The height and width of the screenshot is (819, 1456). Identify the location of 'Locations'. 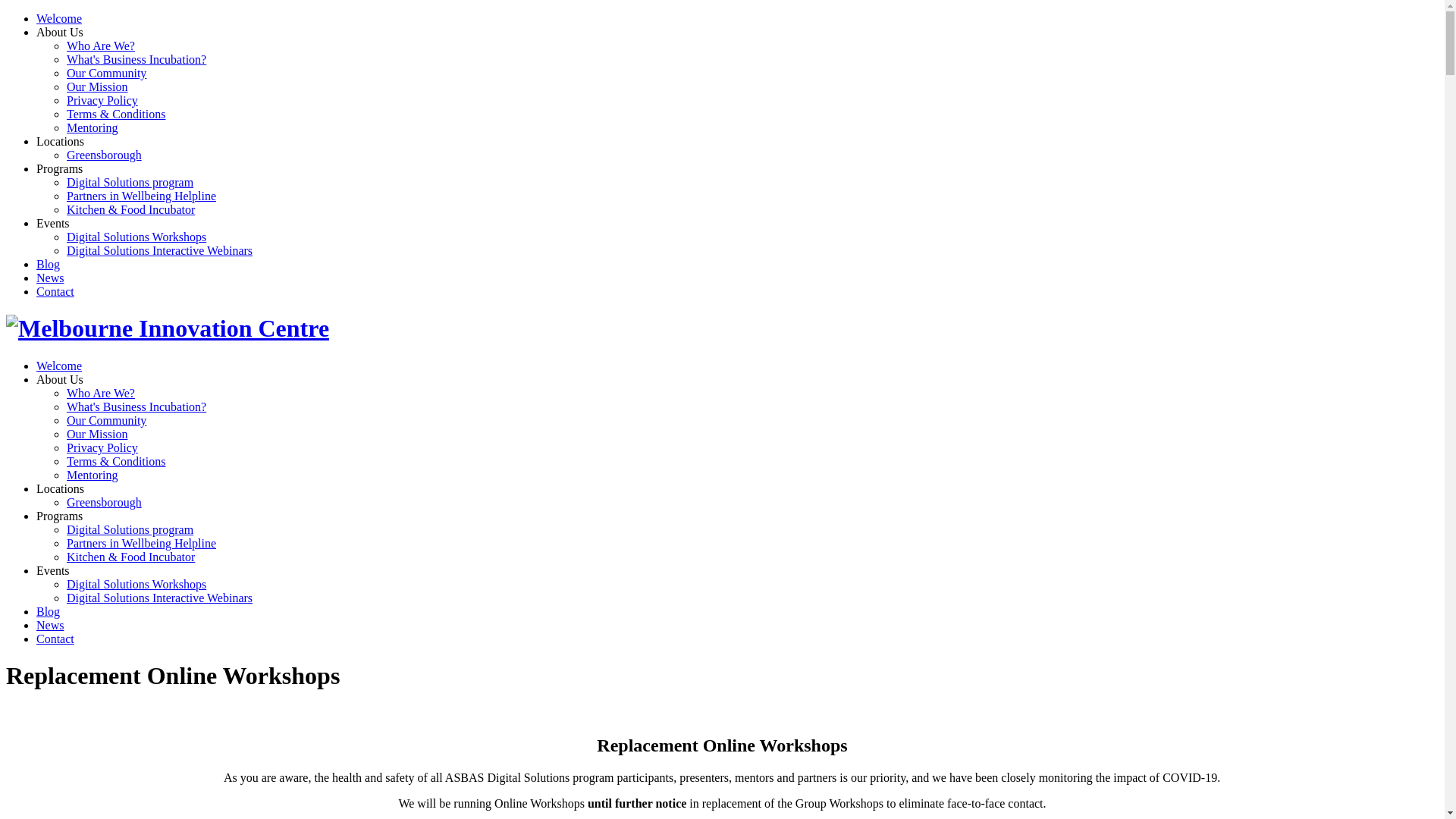
(60, 488).